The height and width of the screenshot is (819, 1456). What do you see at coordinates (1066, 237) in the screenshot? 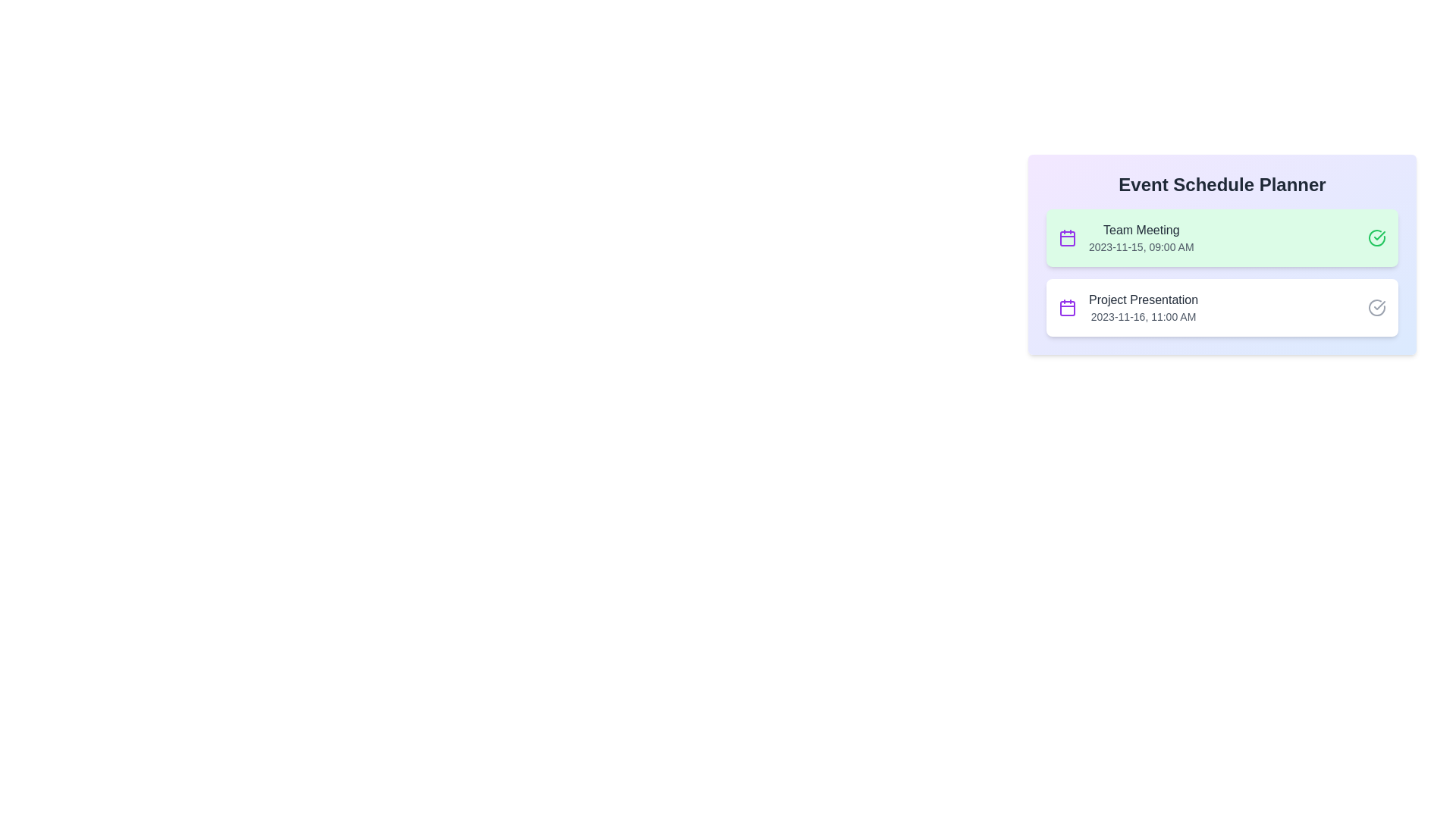
I see `the calendar icon associated with the first event` at bounding box center [1066, 237].